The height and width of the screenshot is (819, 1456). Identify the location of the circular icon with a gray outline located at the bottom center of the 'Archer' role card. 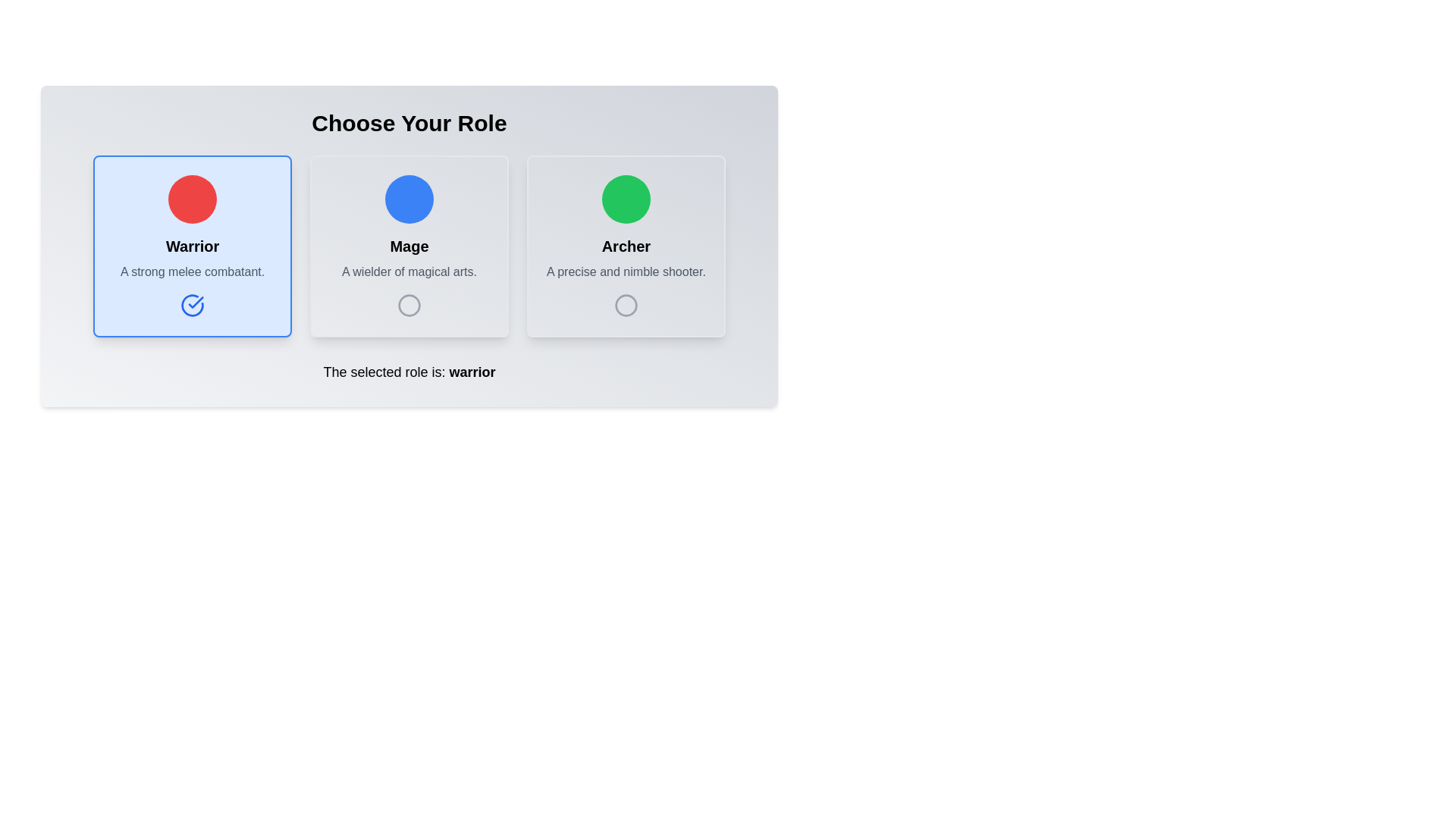
(626, 305).